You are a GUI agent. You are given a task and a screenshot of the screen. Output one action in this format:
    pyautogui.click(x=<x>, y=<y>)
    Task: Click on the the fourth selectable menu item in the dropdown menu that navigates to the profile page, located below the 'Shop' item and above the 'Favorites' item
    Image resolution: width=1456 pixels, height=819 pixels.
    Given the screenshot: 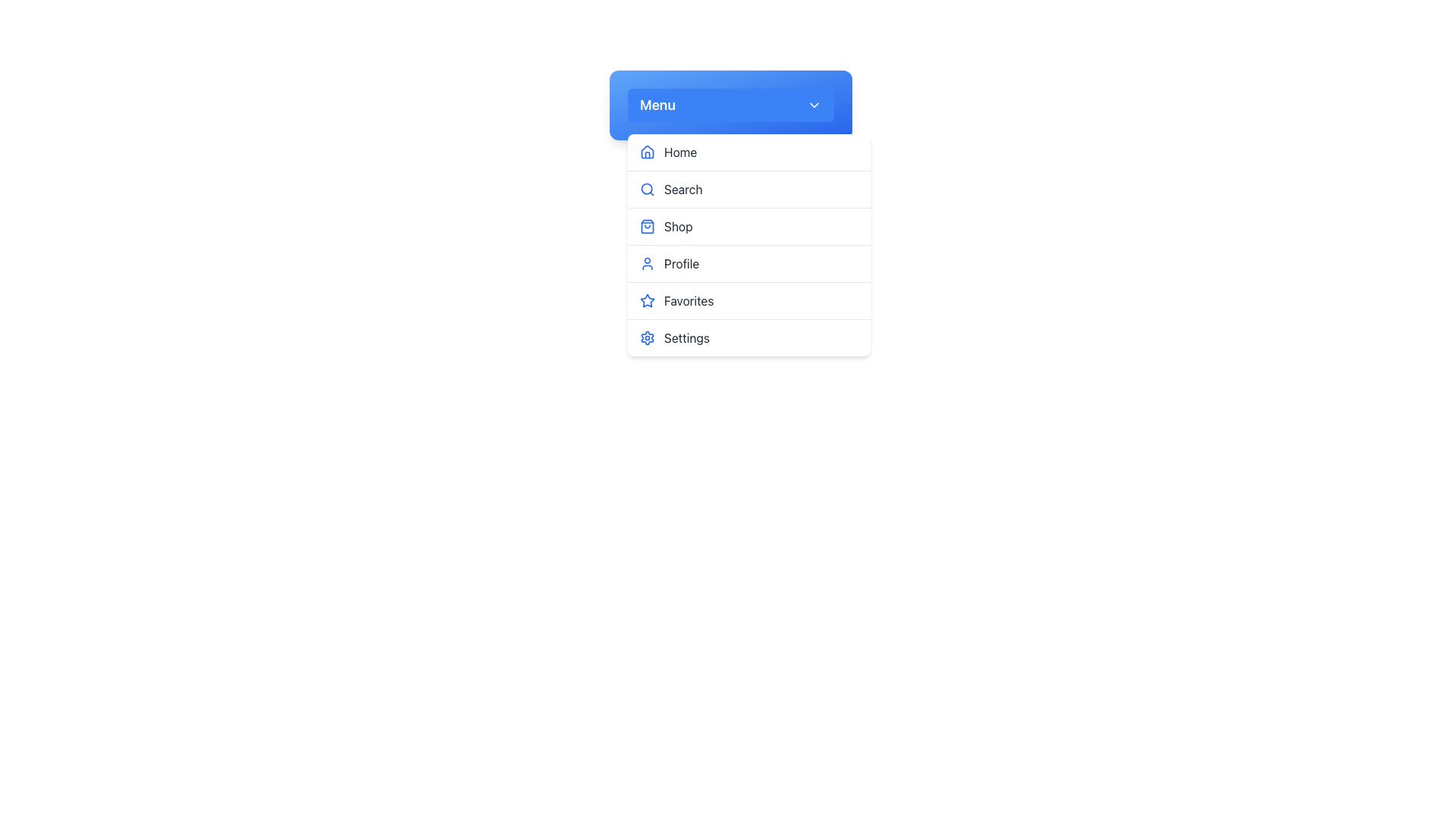 What is the action you would take?
    pyautogui.click(x=749, y=263)
    